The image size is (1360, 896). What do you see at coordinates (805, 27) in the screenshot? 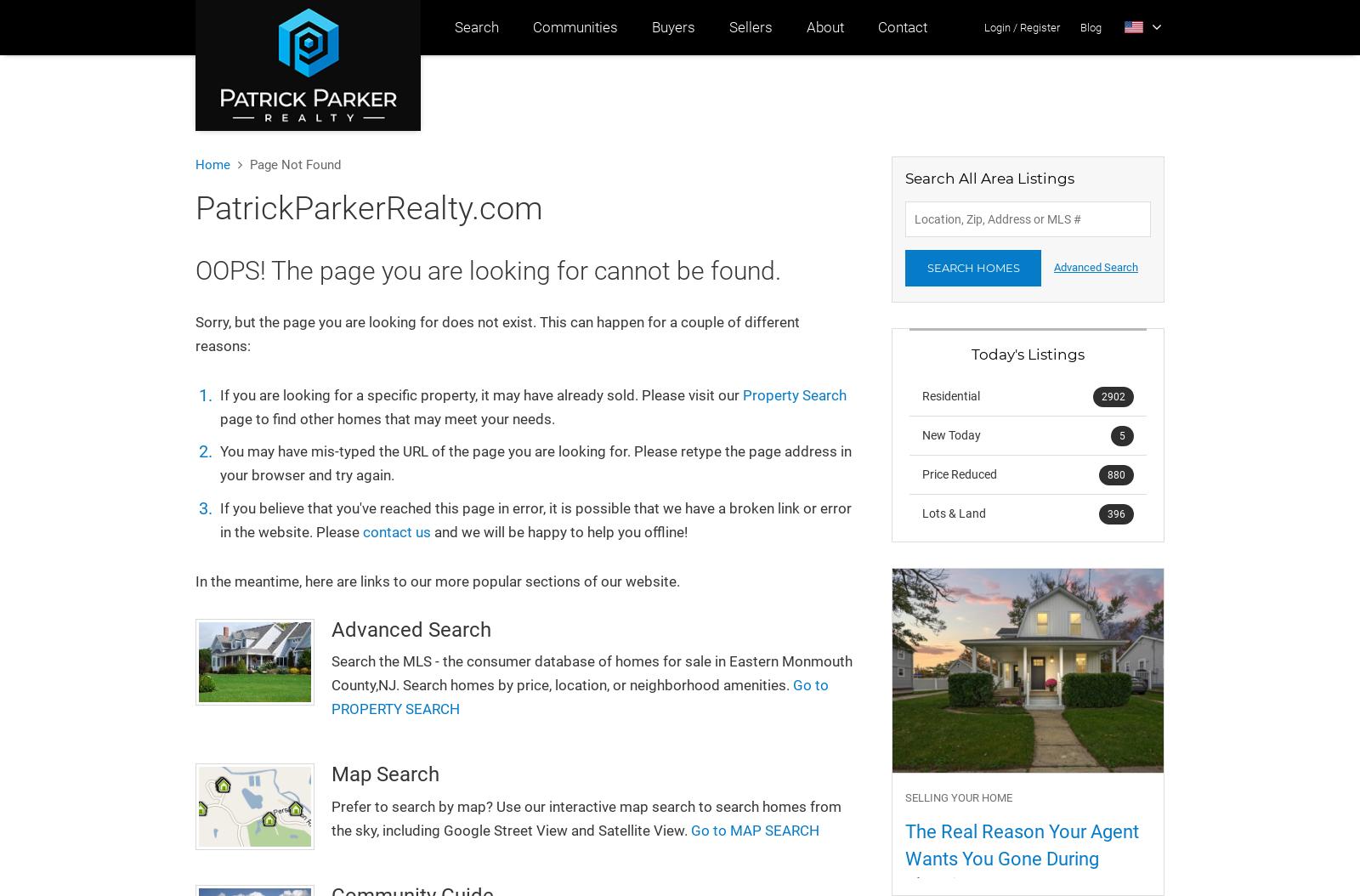
I see `'About'` at bounding box center [805, 27].